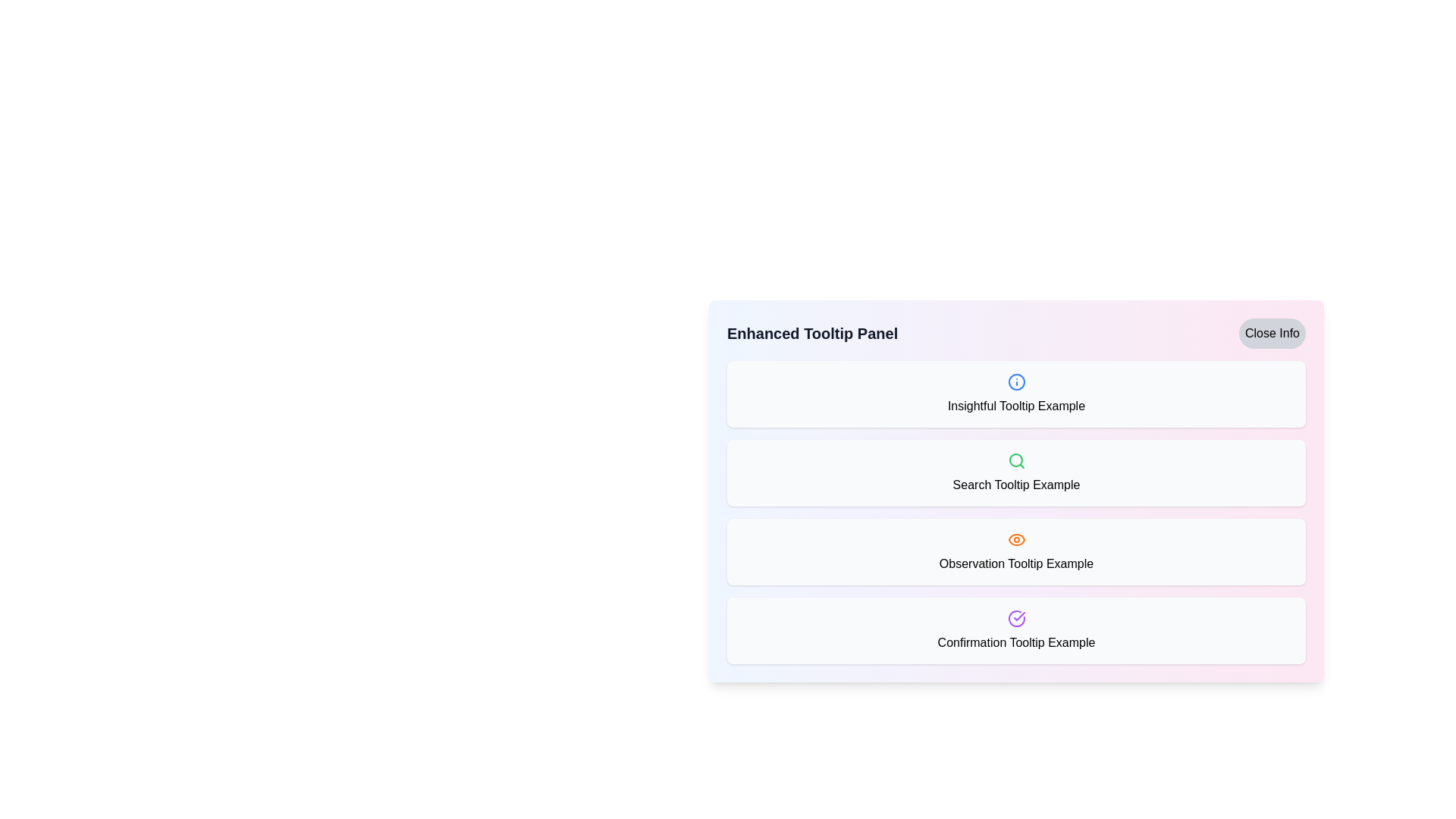 The width and height of the screenshot is (1456, 819). What do you see at coordinates (811, 332) in the screenshot?
I see `text of the Text Label labeled 'Enhanced Tooltip Panel', which is styled with a bold font and located in the top left part of the interface` at bounding box center [811, 332].